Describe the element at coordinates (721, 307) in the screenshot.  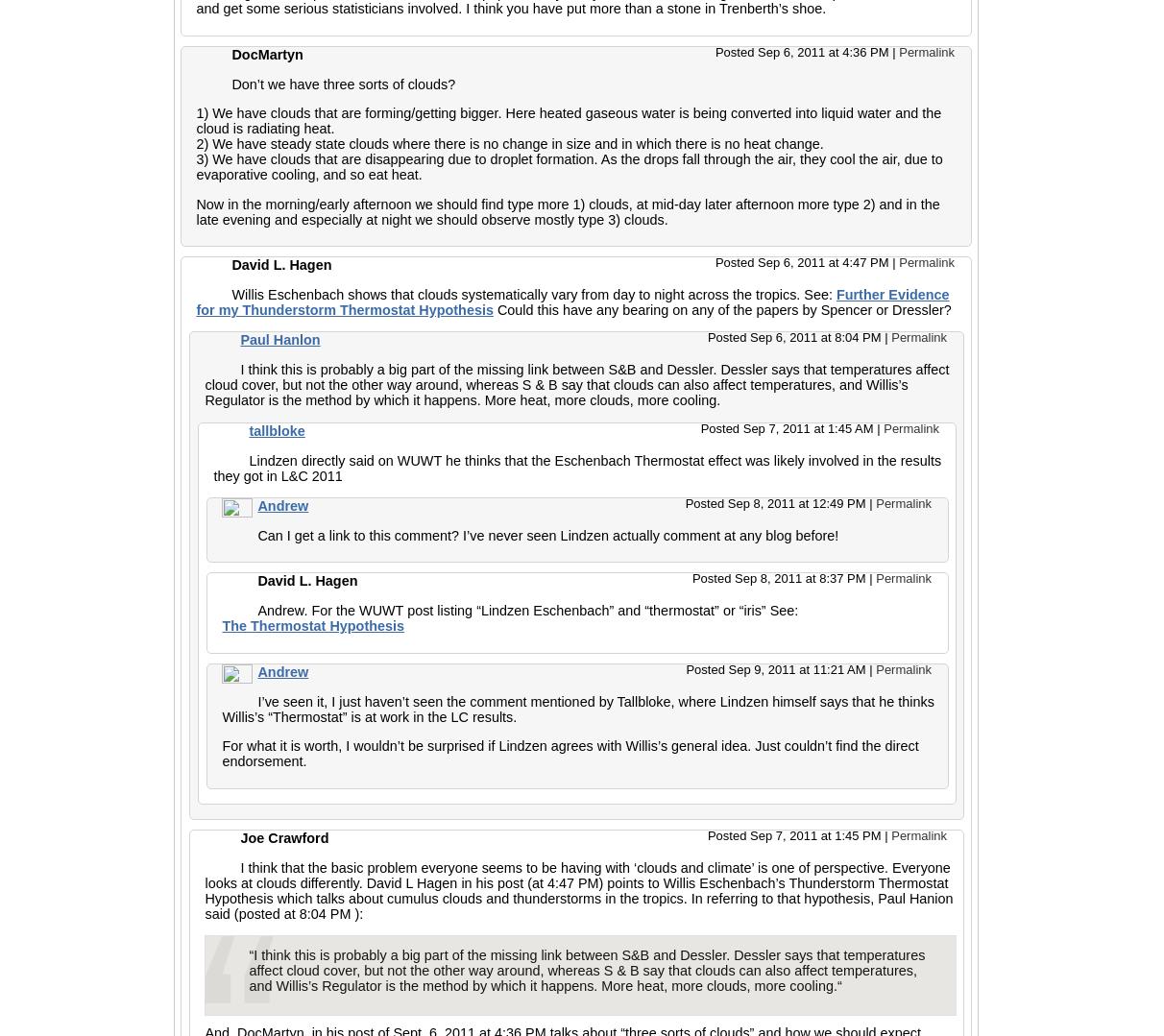
I see `'Could this have any bearing on any of the papers by Spencer or Dressler?'` at that location.